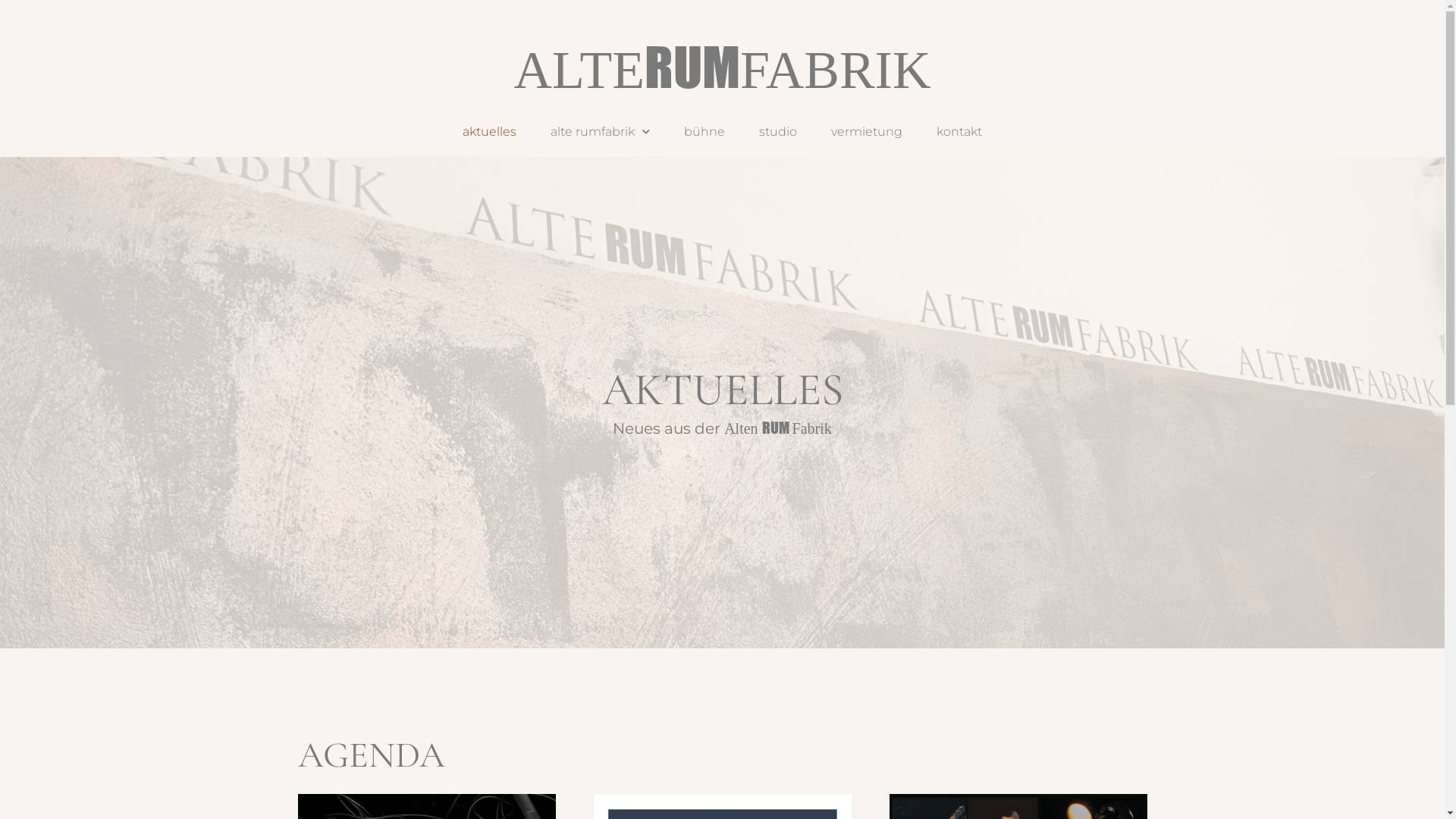 This screenshot has width=1456, height=819. I want to click on 'aktuelles', so click(489, 130).